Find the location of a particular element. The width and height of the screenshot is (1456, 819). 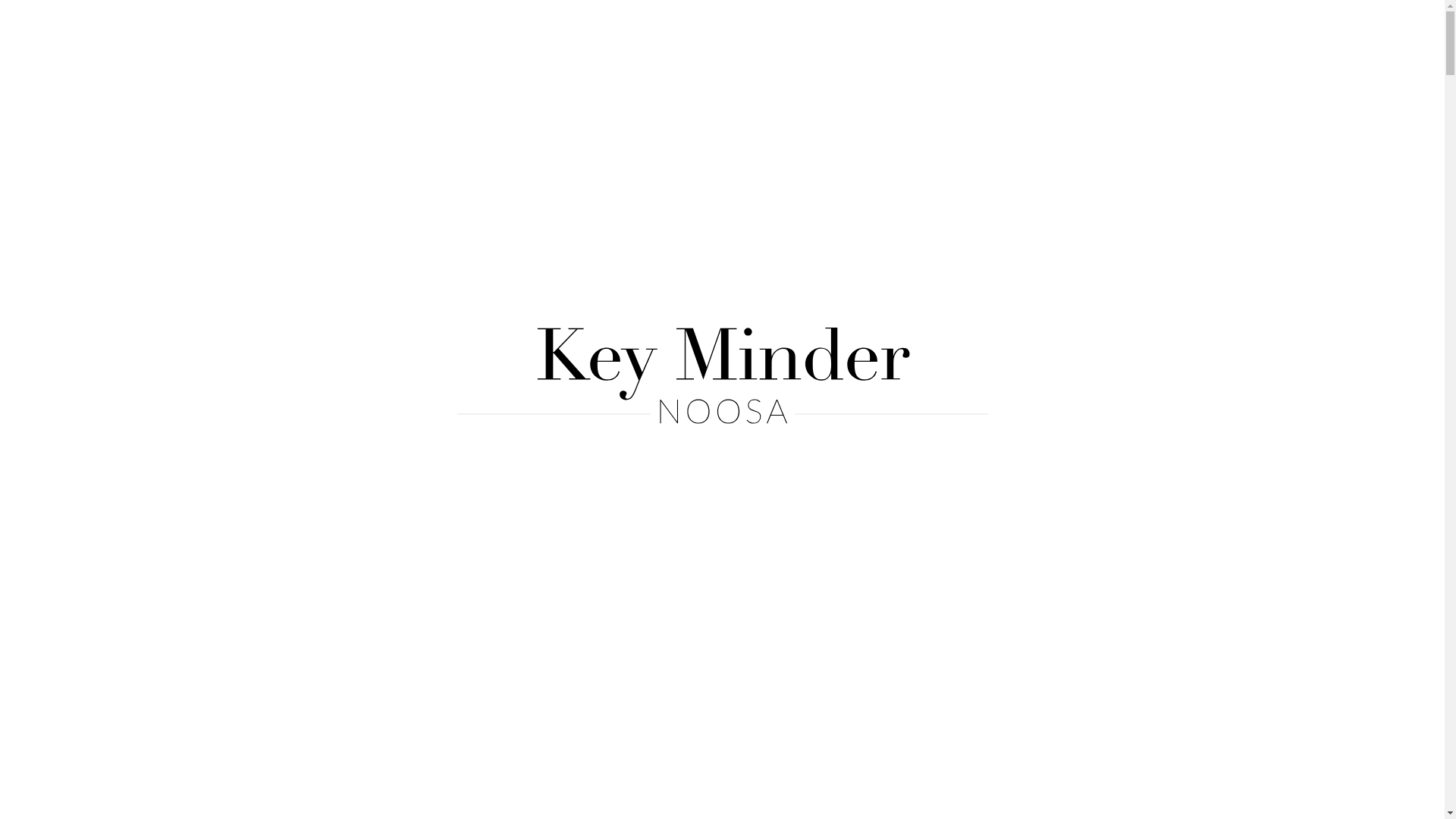

'KEY MINDER NOOSA' is located at coordinates (358, 27).